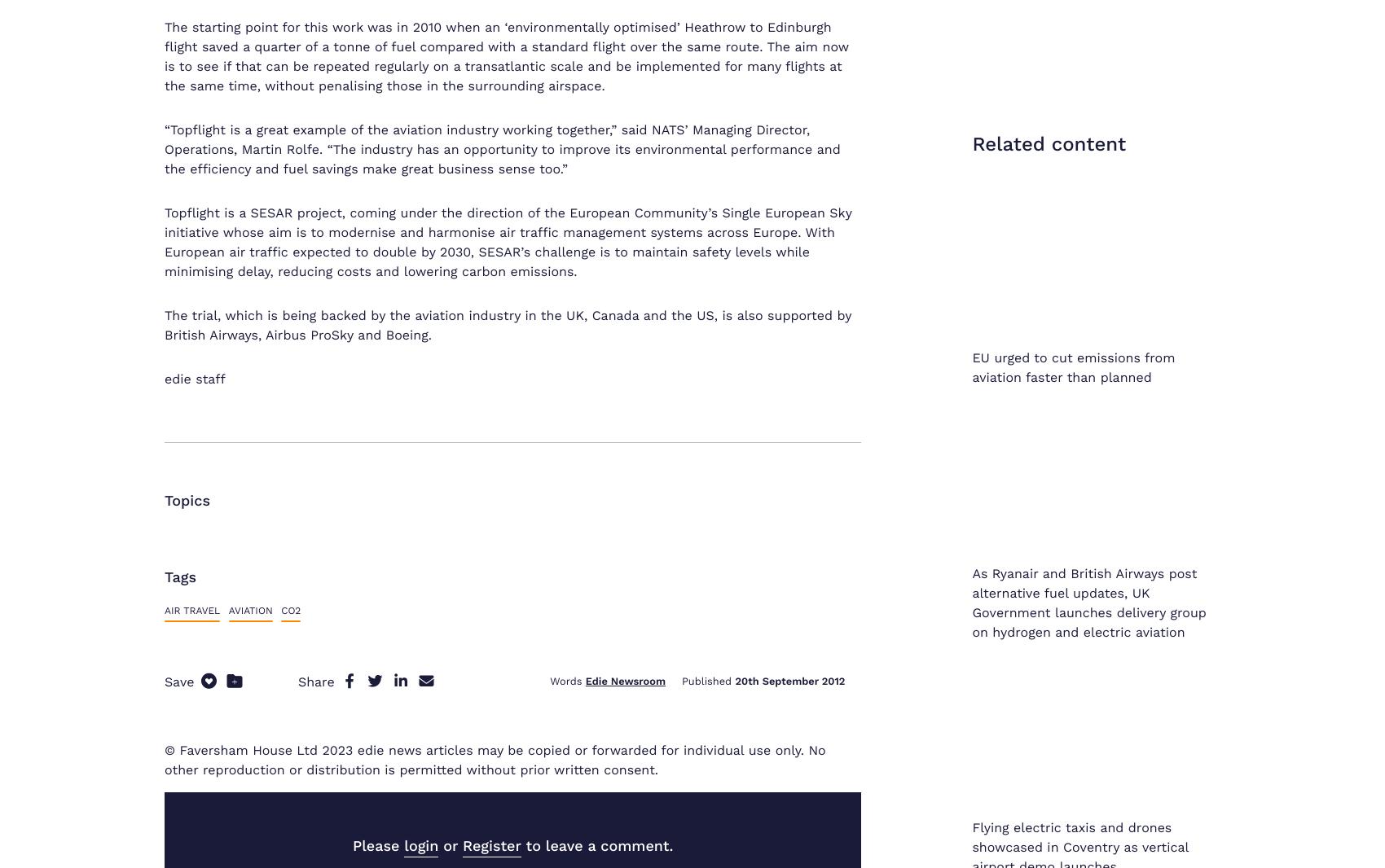  Describe the element at coordinates (1127, 592) in the screenshot. I see `'Environmental Policy'` at that location.